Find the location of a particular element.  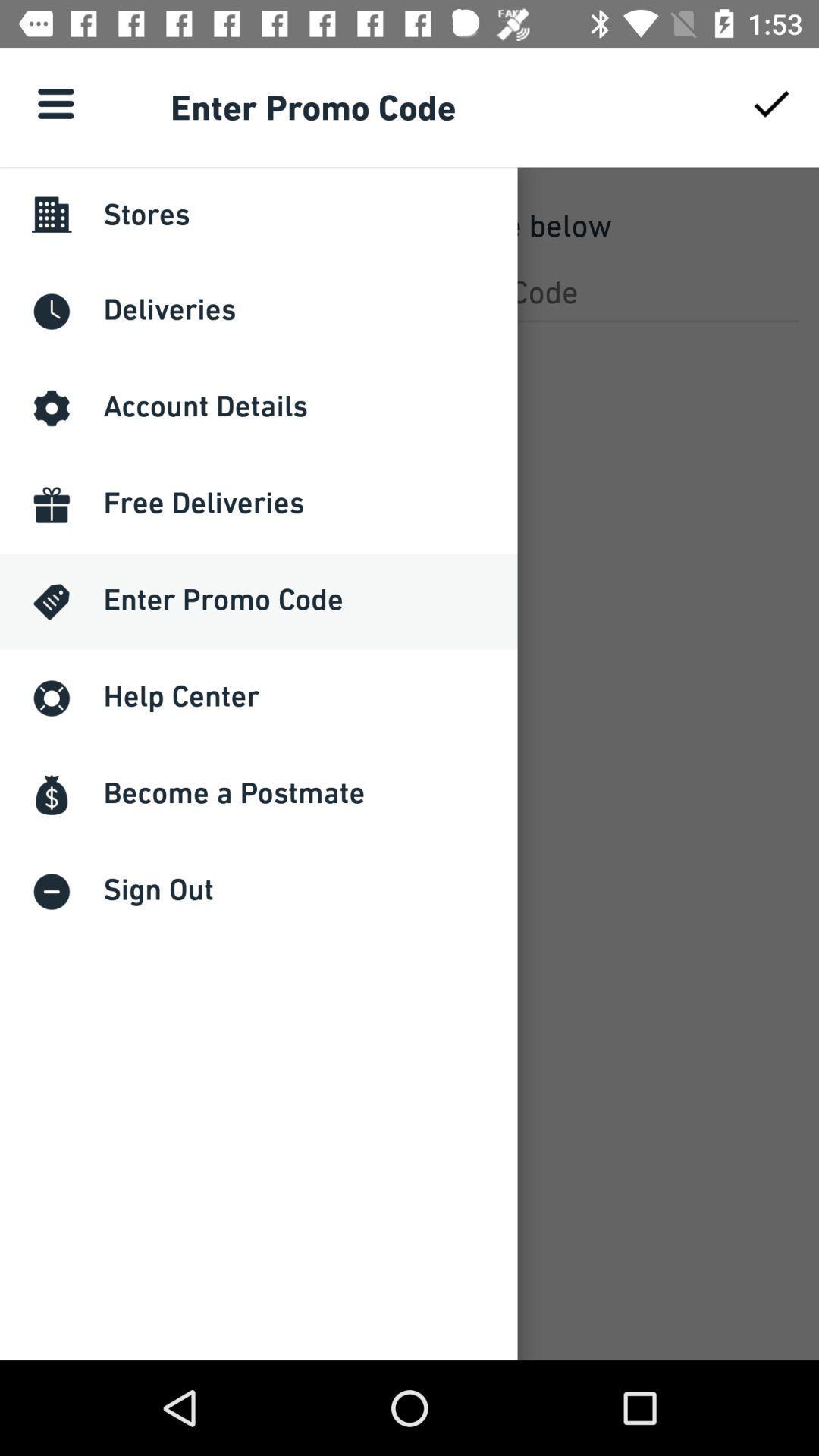

deliveries is located at coordinates (409, 291).